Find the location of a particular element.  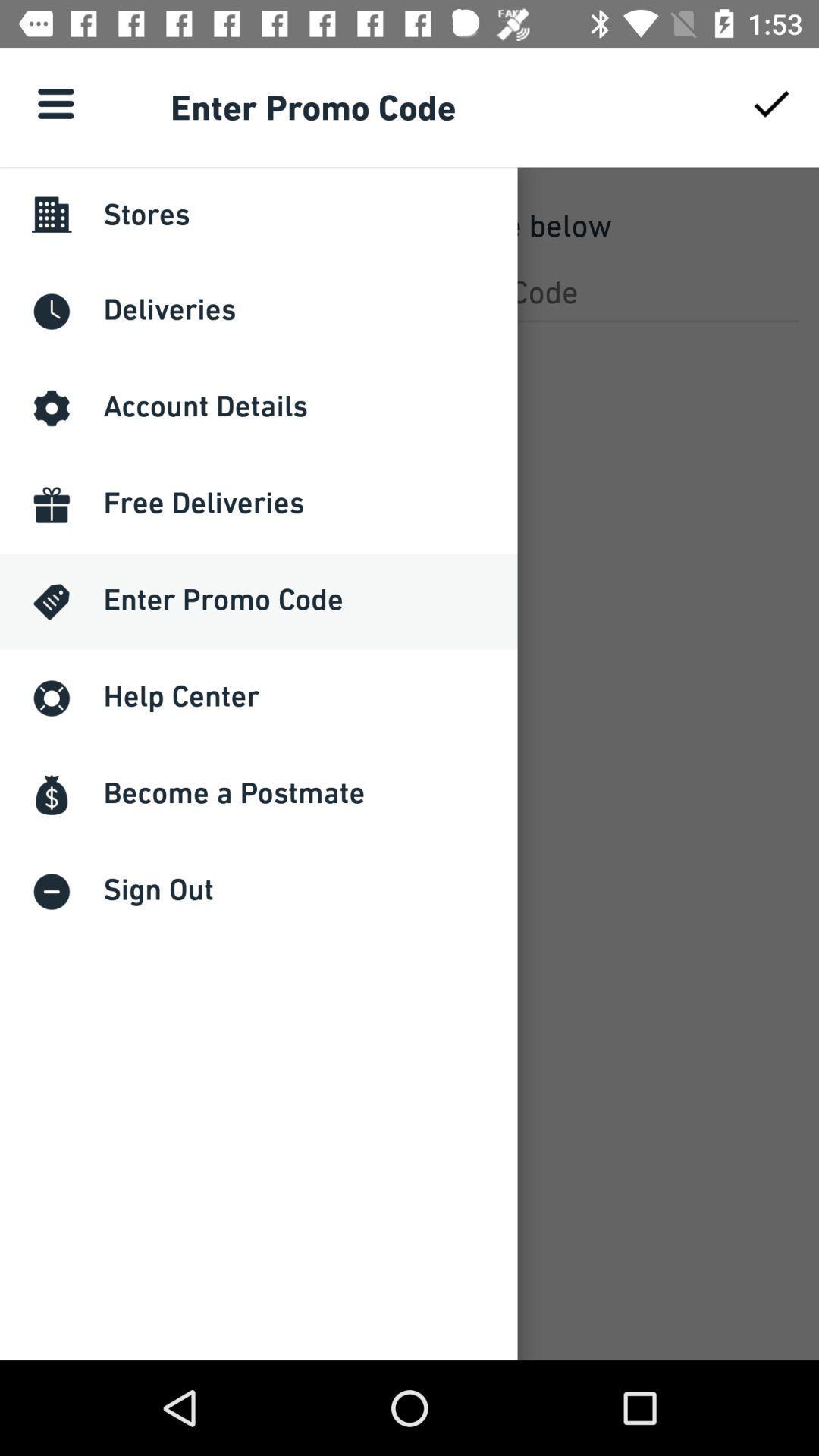

deliveries is located at coordinates (409, 291).